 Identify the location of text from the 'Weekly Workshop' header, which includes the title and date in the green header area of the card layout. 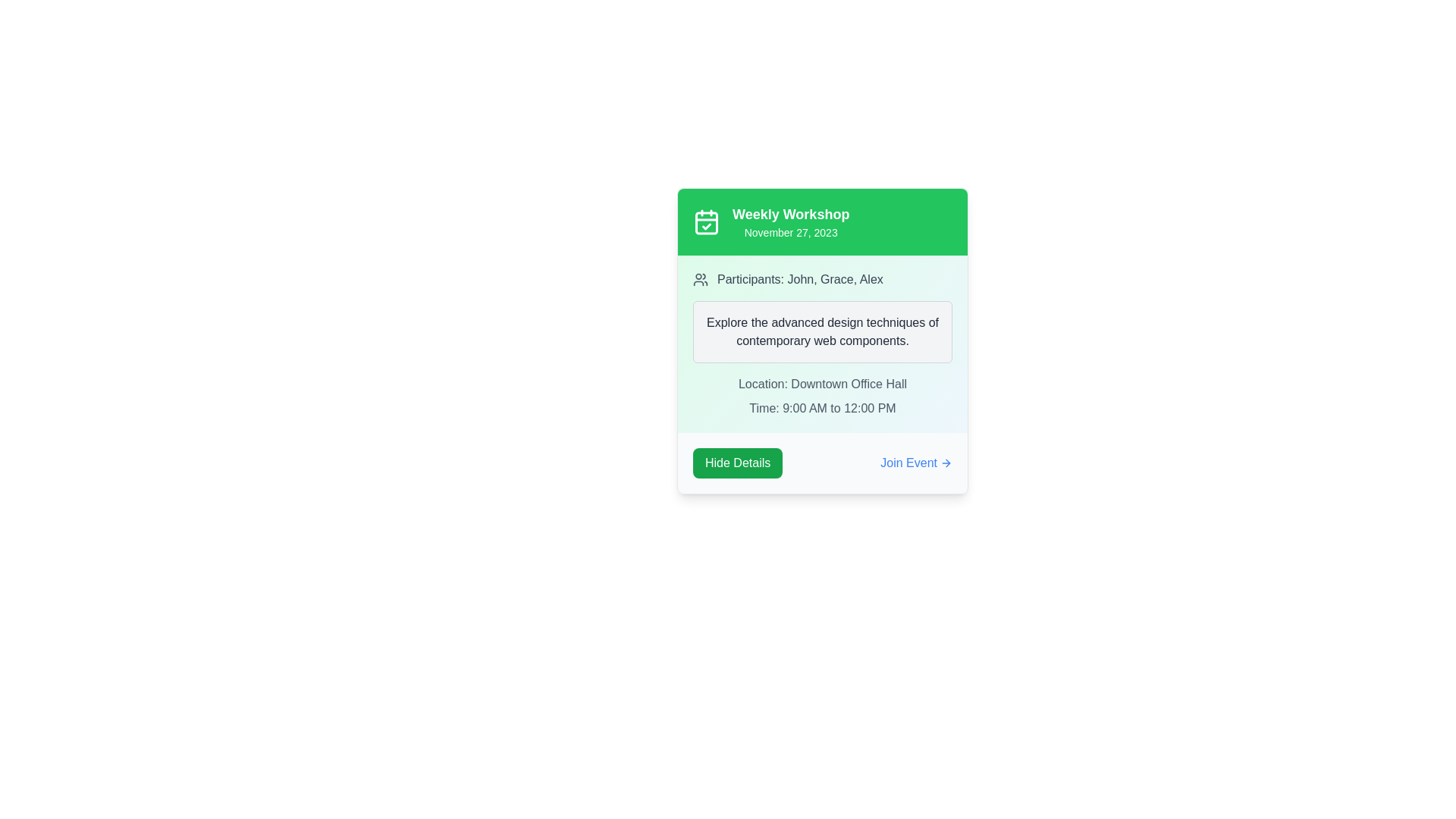
(790, 222).